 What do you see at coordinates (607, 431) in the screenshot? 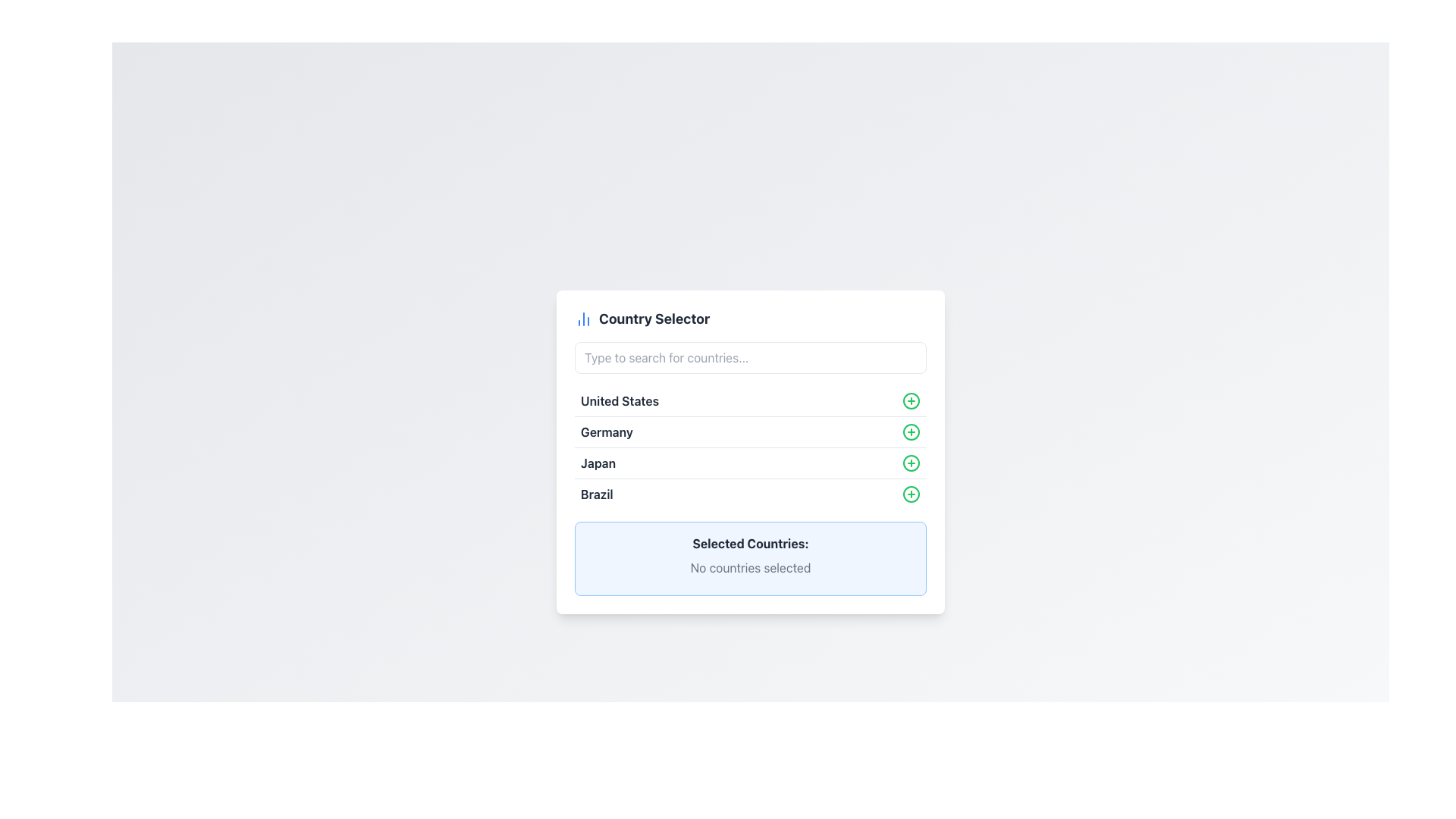
I see `the text label displaying 'Germany', which is the second entry in the country selection list` at bounding box center [607, 431].